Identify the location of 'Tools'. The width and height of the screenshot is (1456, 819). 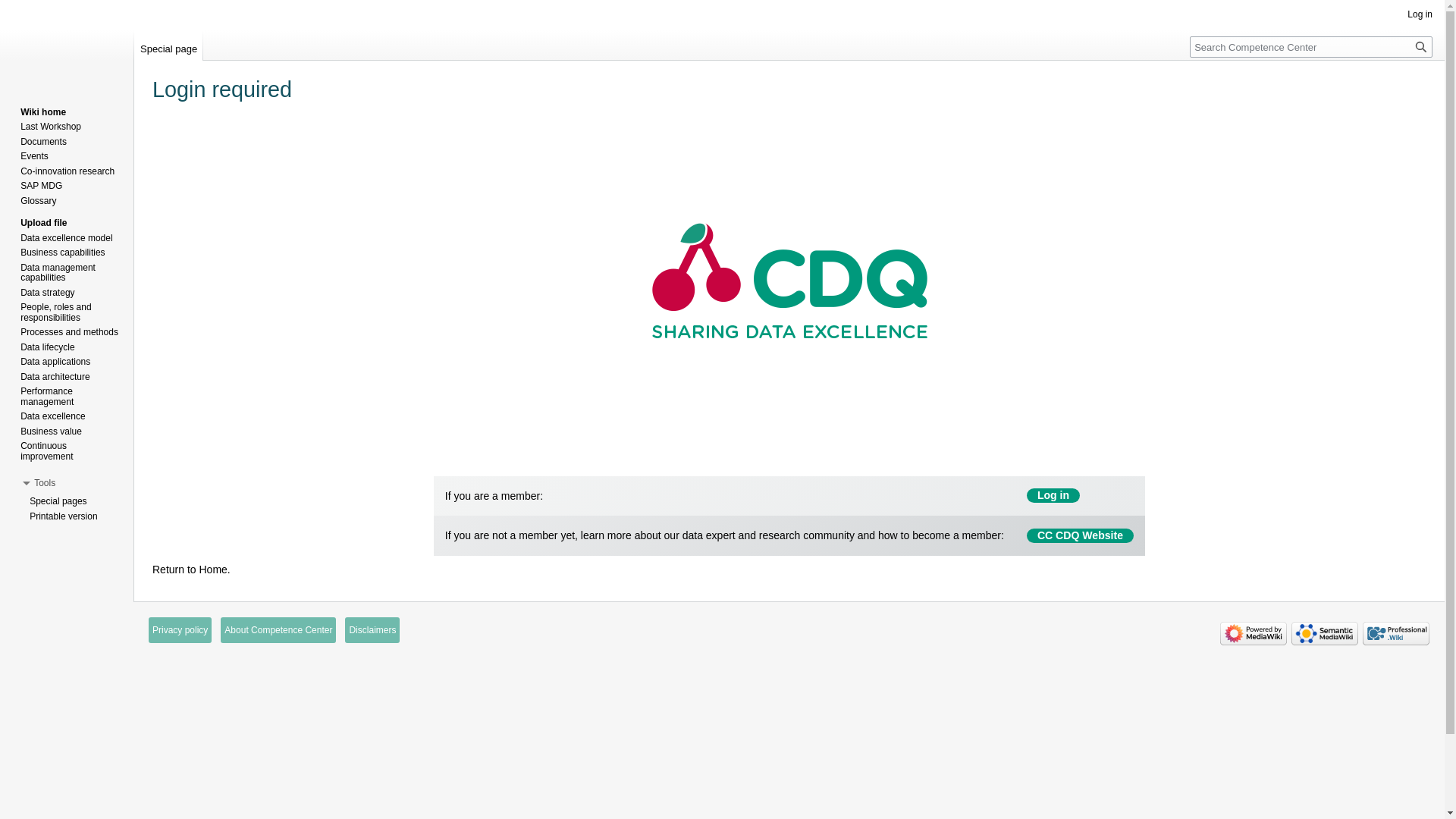
(44, 482).